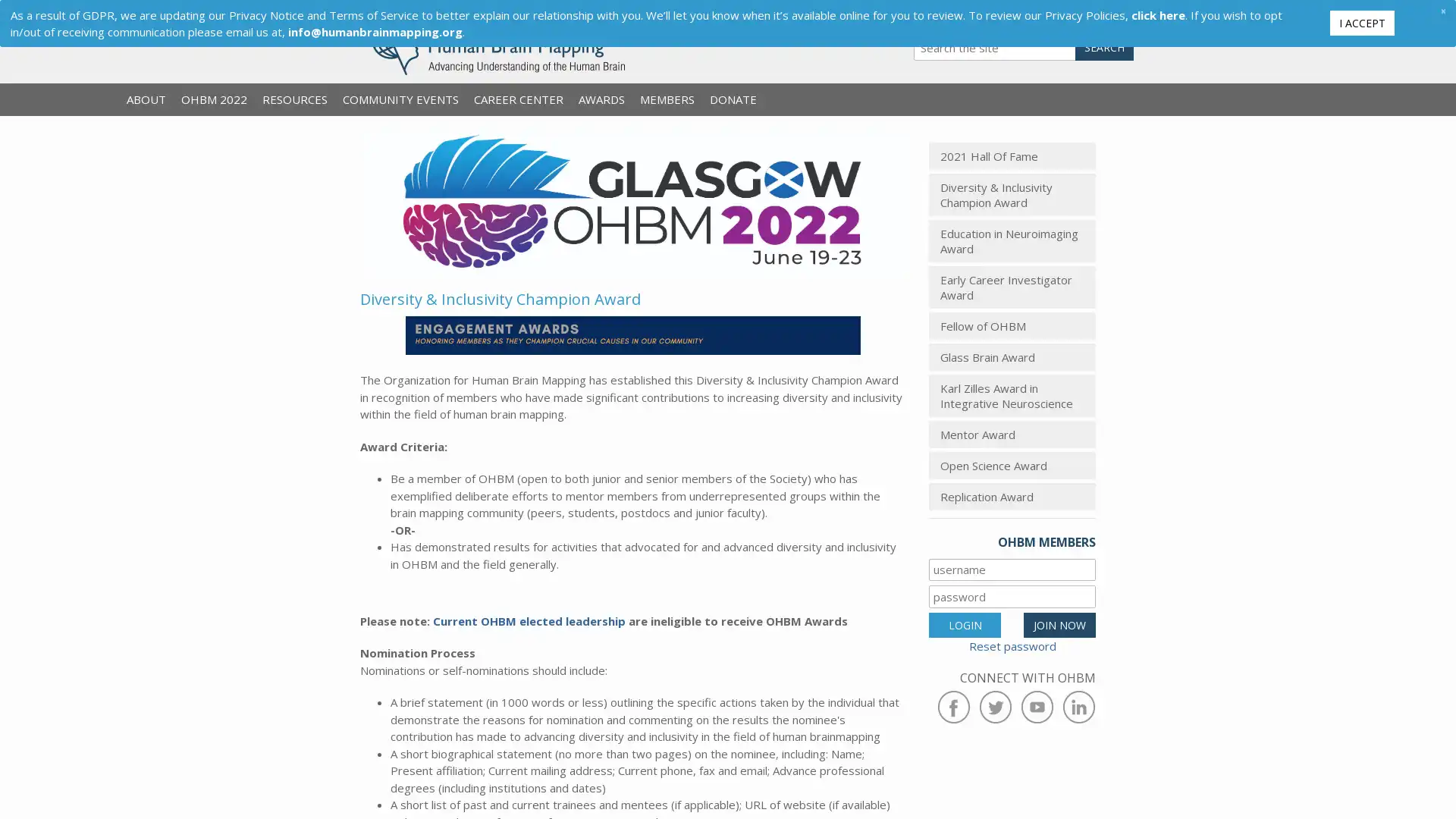  Describe the element at coordinates (1442, 11) in the screenshot. I see `Close` at that location.